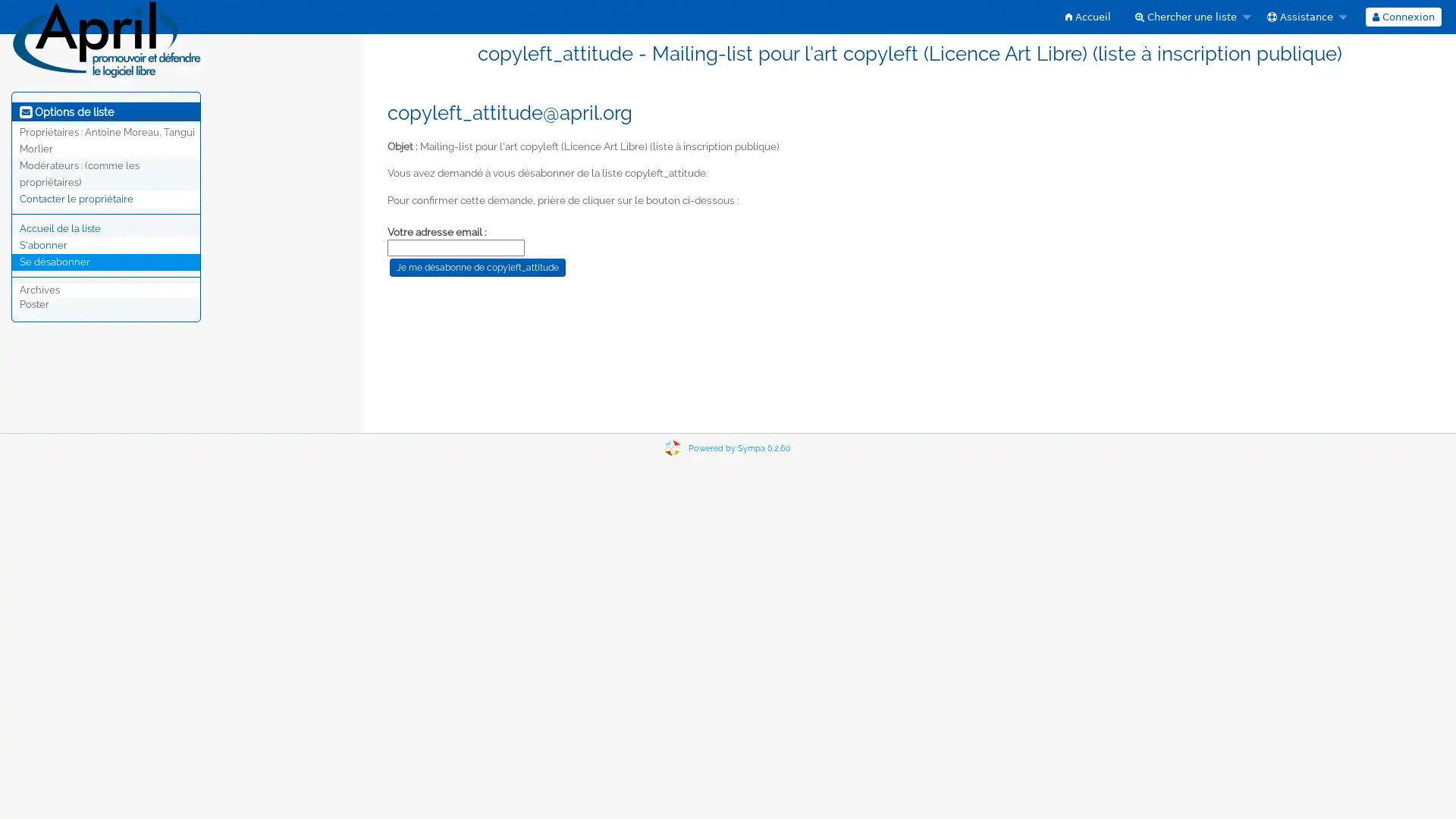 The image size is (1456, 819). Describe the element at coordinates (1401, 17) in the screenshot. I see `Connexion` at that location.